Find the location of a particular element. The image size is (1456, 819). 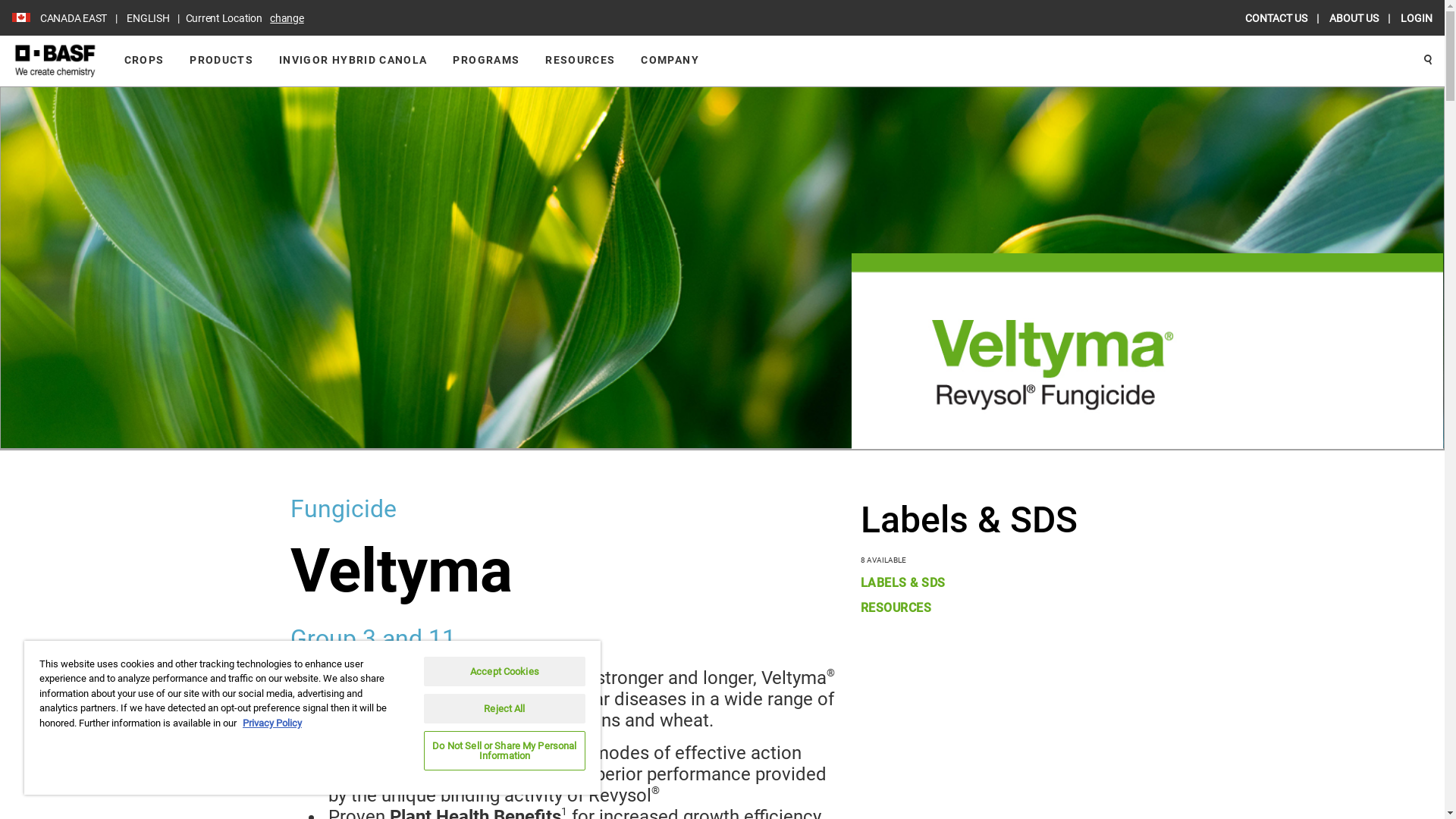

'Search' is located at coordinates (1410, 60).